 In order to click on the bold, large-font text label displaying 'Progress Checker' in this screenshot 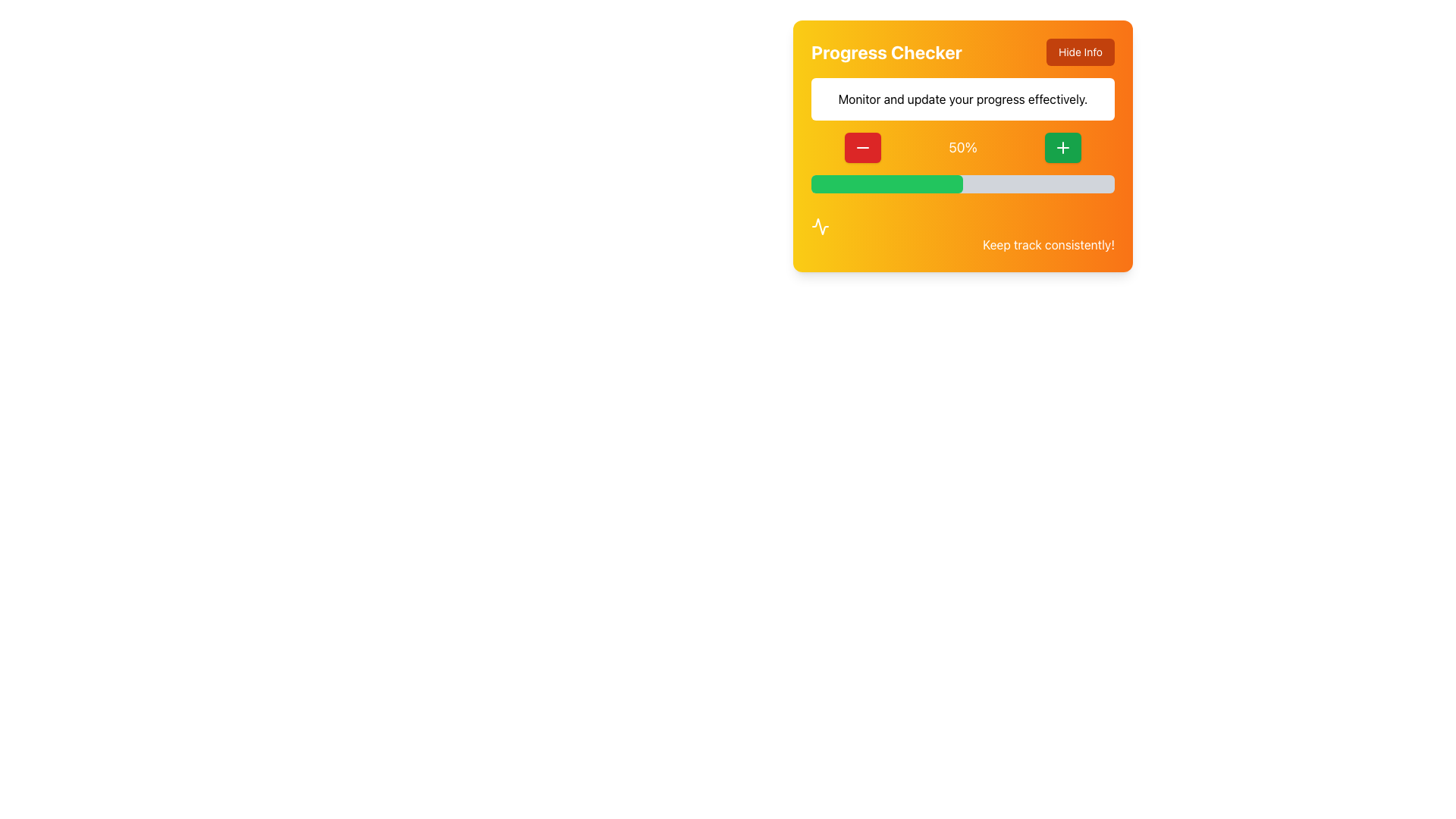, I will do `click(886, 52)`.